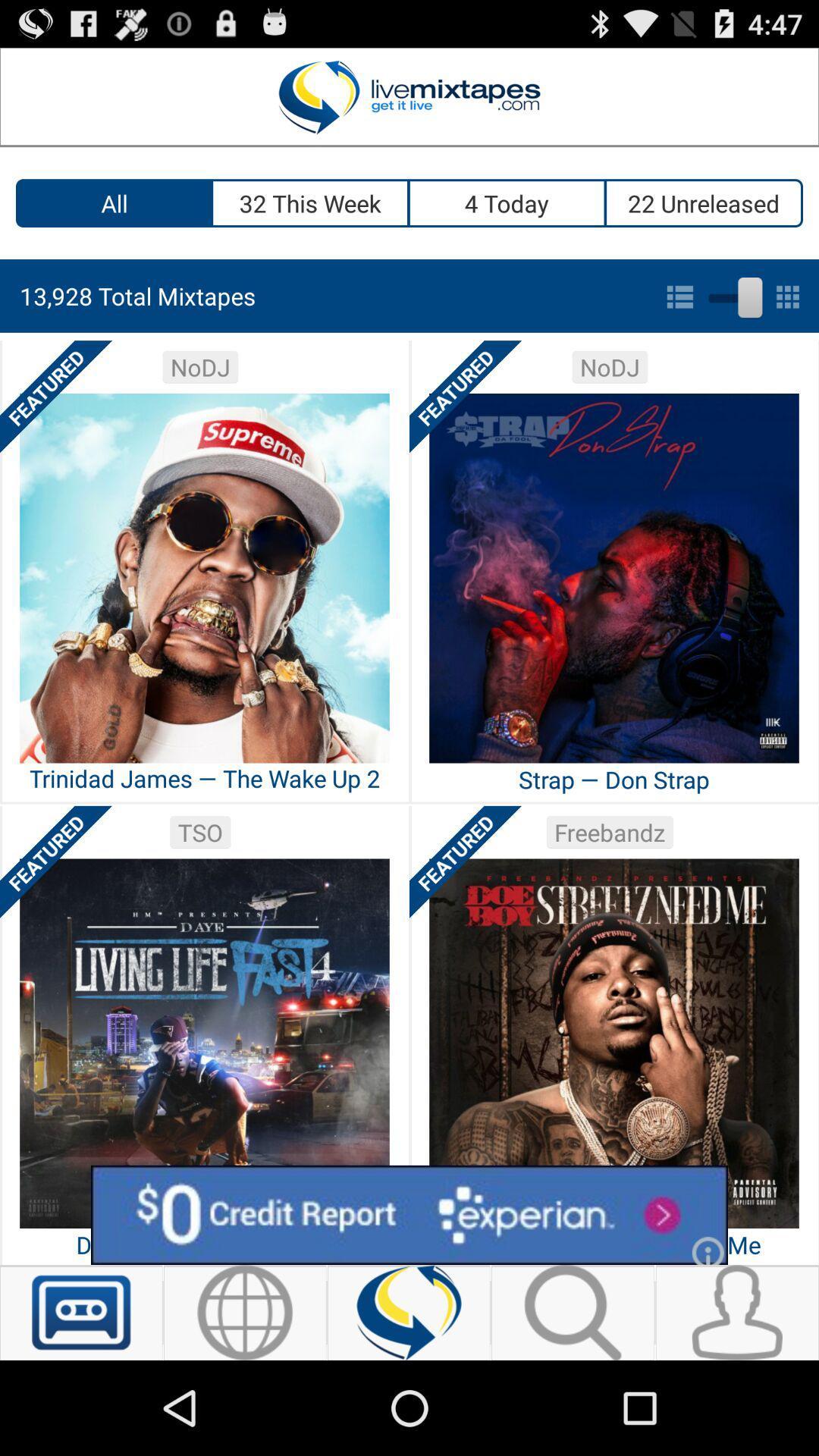 This screenshot has height=1456, width=819. Describe the element at coordinates (310, 202) in the screenshot. I see `the 32 this week item` at that location.